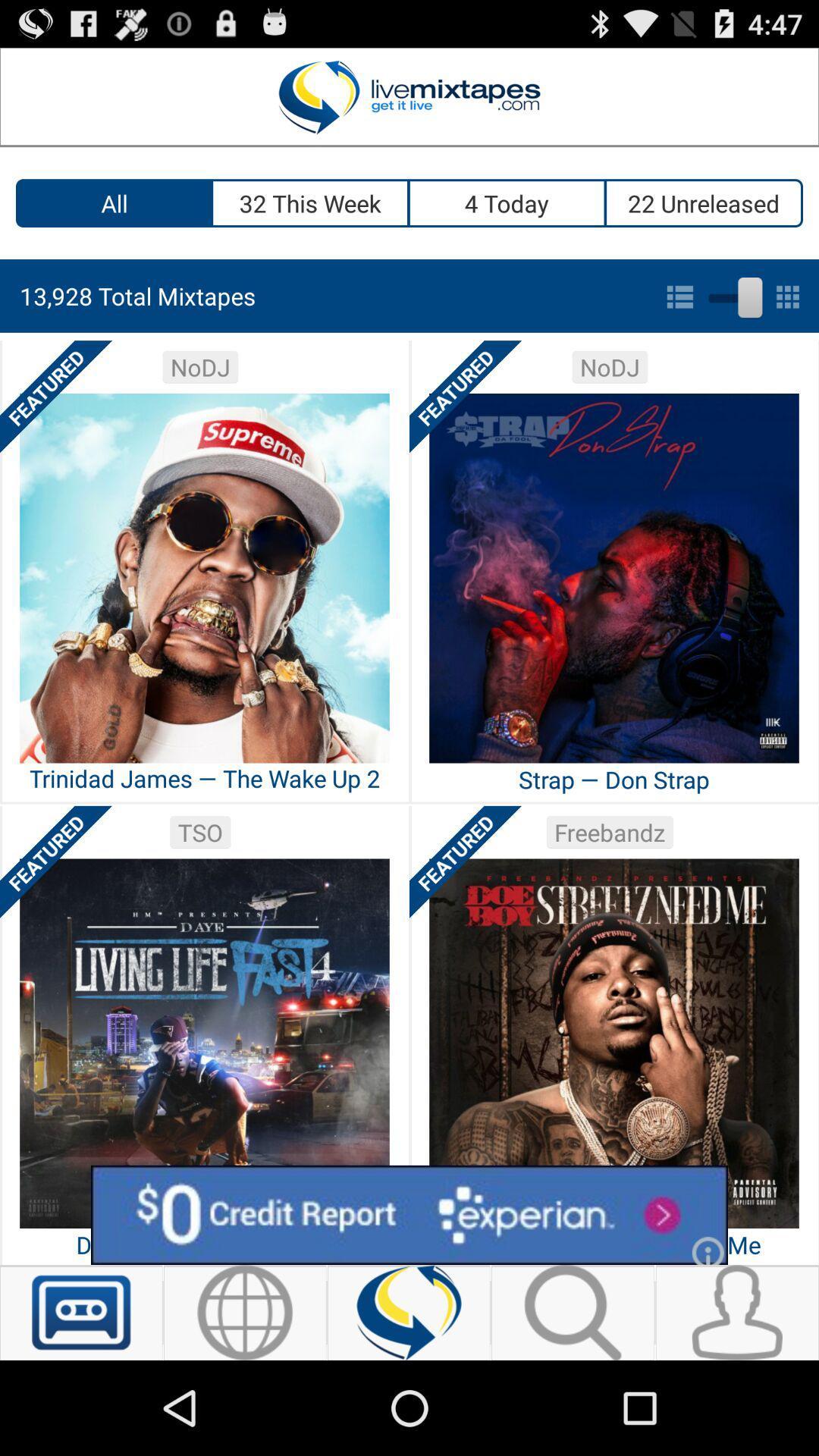 This screenshot has height=1456, width=819. Describe the element at coordinates (310, 202) in the screenshot. I see `the 32 this week item` at that location.